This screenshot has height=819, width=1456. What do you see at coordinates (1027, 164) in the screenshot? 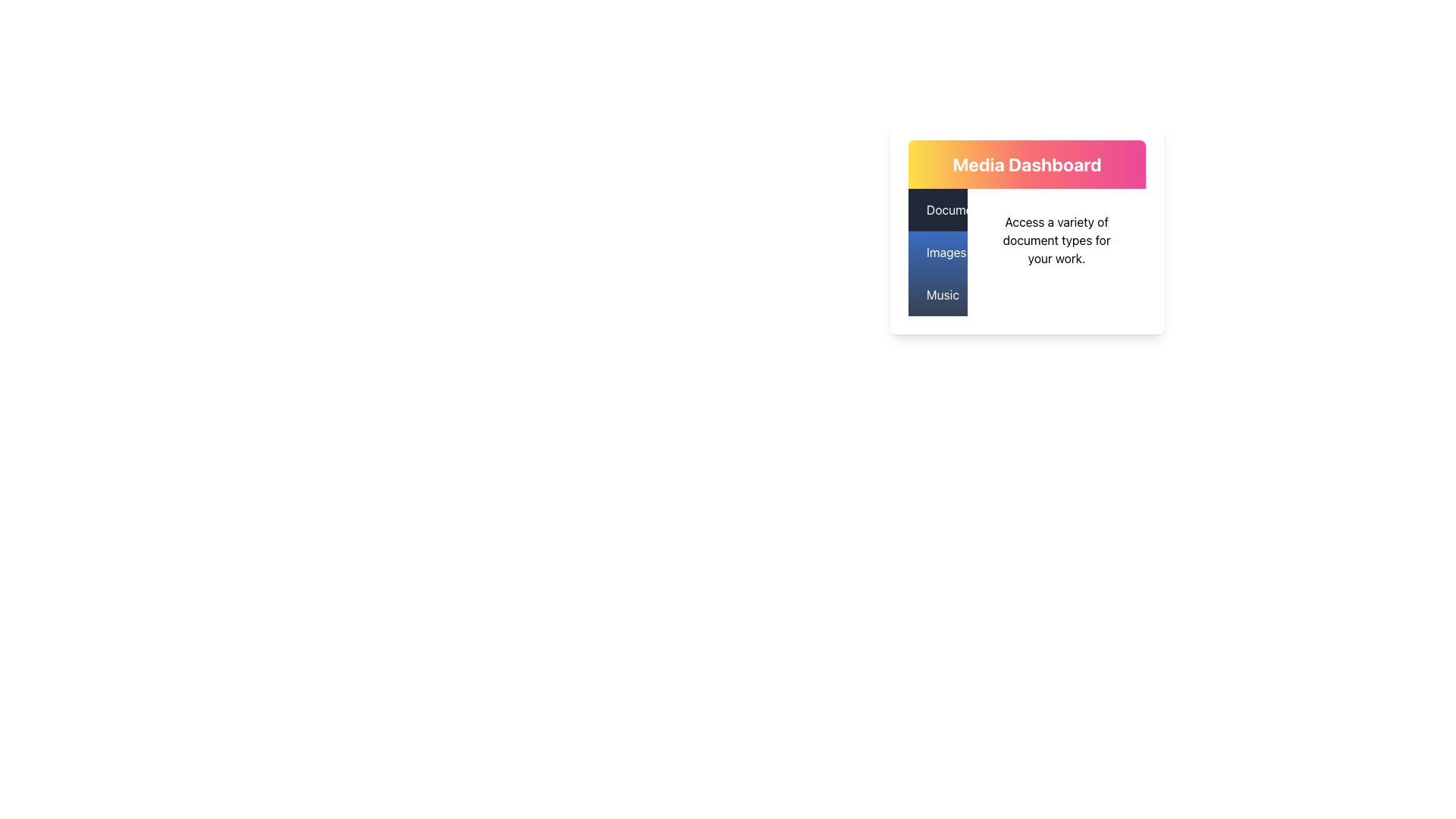
I see `title from the header labeled 'Media Dashboard' located at the top of the card-like layout` at bounding box center [1027, 164].